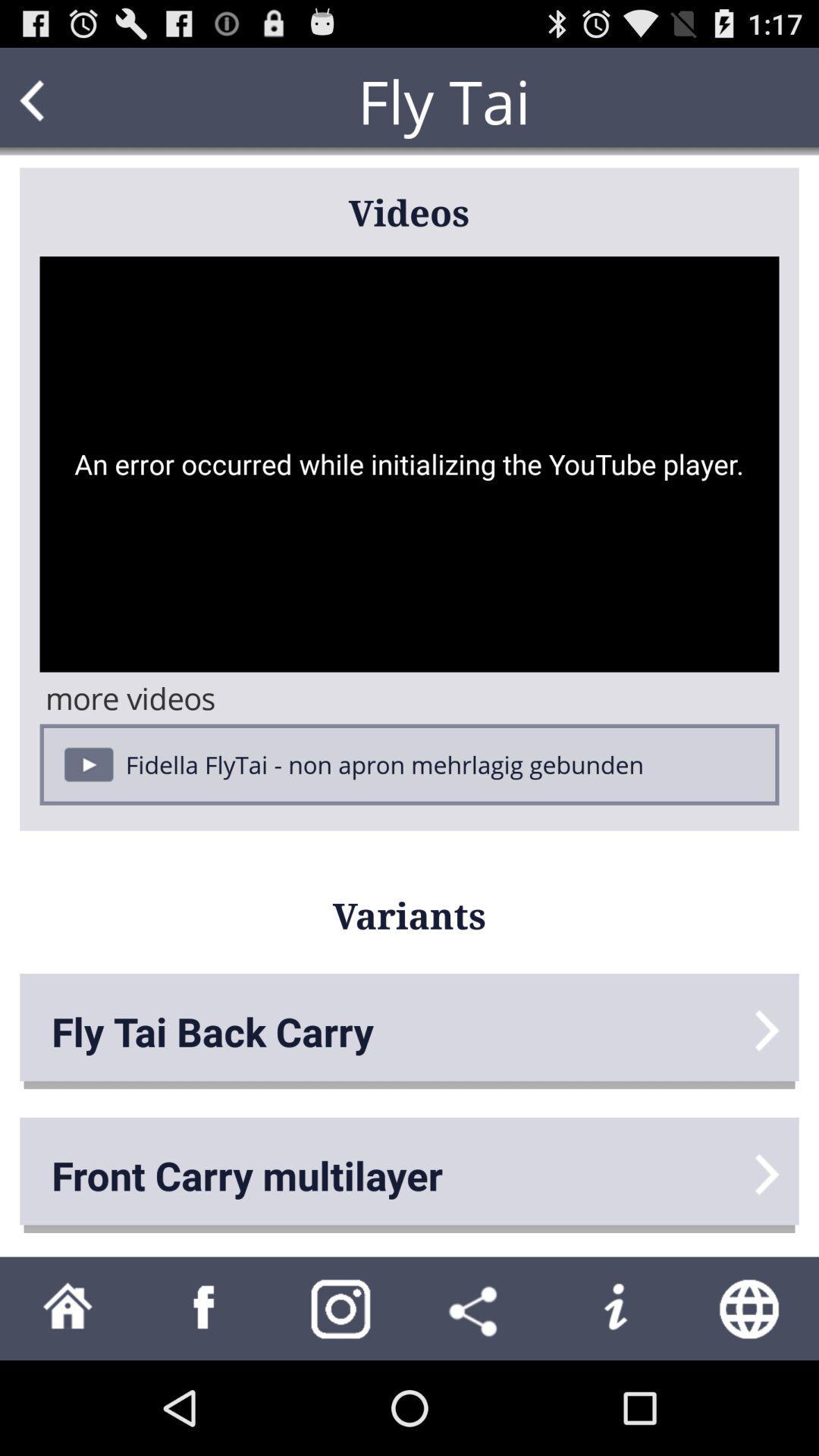  What do you see at coordinates (341, 1307) in the screenshot?
I see `take screen shot` at bounding box center [341, 1307].